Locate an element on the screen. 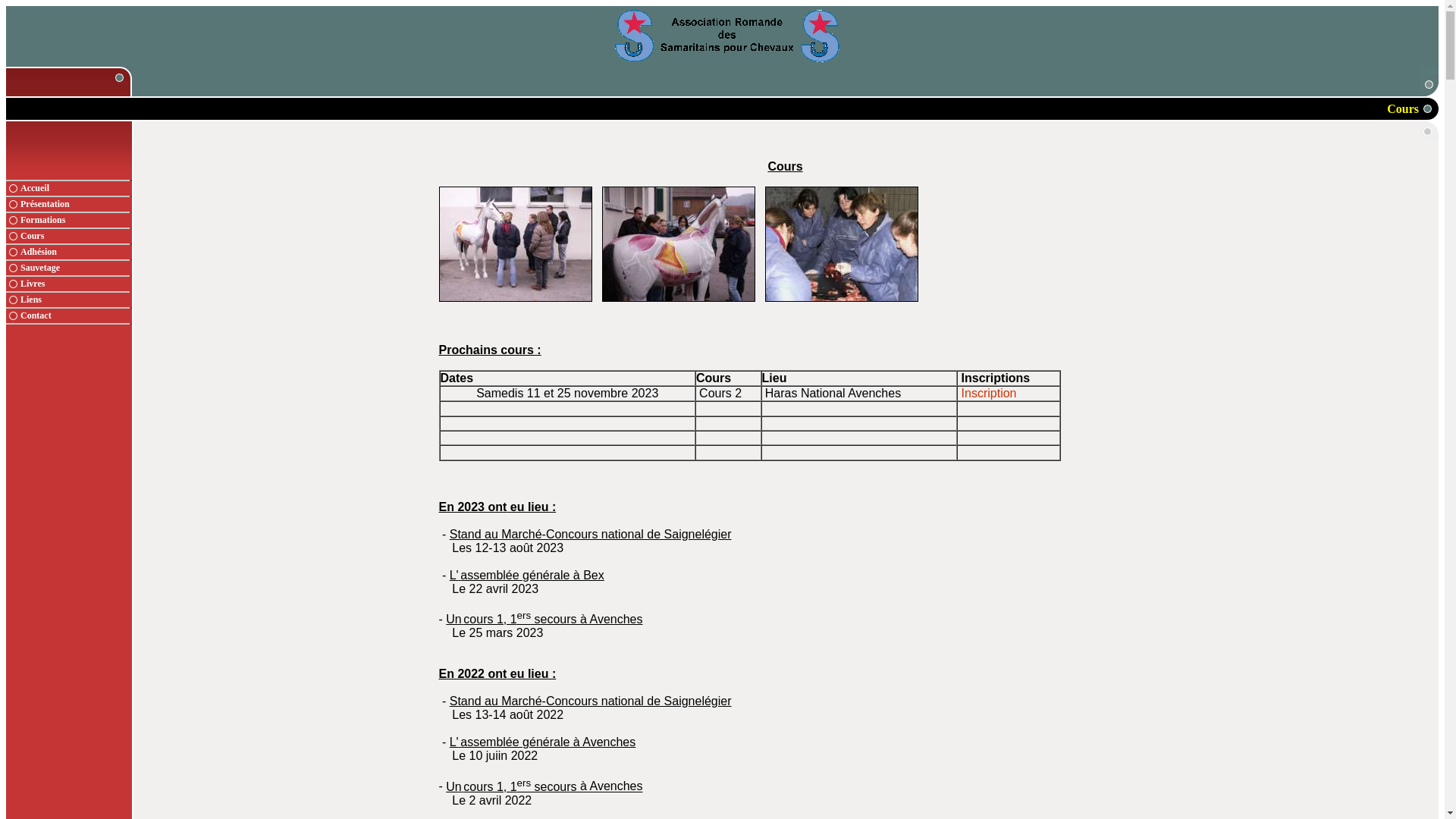 The height and width of the screenshot is (819, 1456). 'Contact' is located at coordinates (74, 315).